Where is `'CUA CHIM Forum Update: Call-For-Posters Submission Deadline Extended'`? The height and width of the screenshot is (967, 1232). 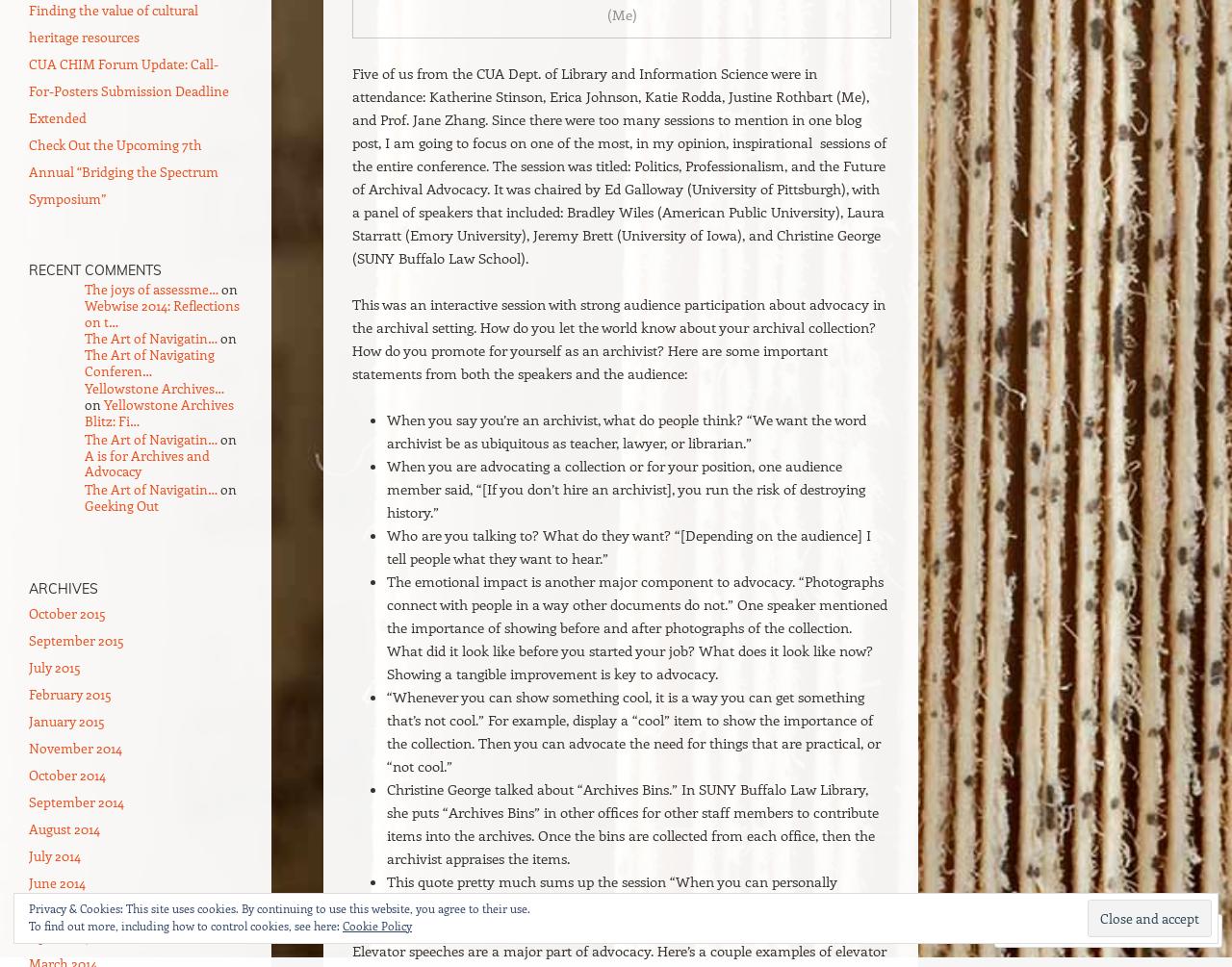
'CUA CHIM Forum Update: Call-For-Posters Submission Deadline Extended' is located at coordinates (128, 90).